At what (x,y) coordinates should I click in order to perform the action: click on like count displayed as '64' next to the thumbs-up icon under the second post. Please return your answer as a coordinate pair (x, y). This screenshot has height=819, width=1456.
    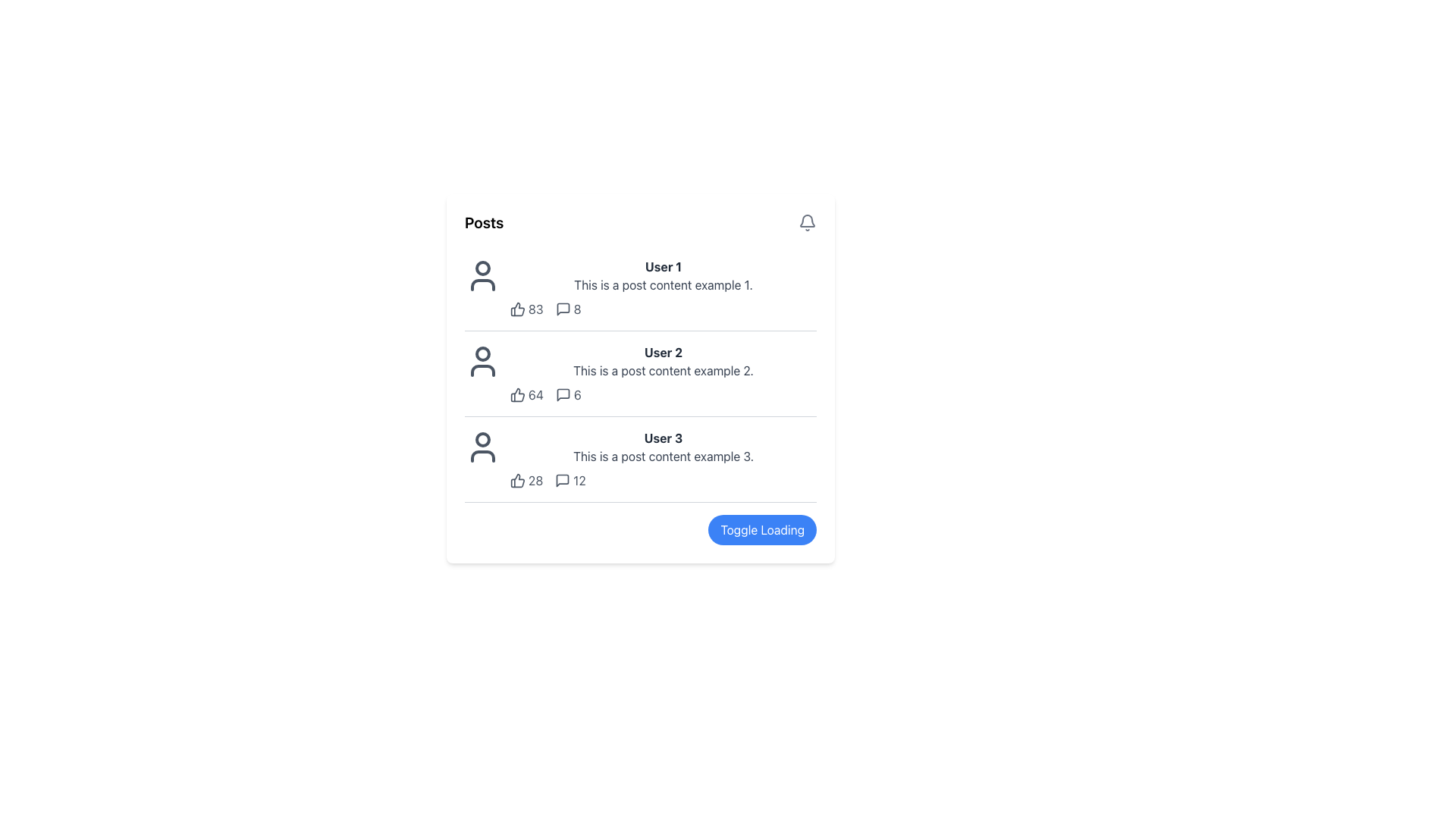
    Looking at the image, I should click on (526, 394).